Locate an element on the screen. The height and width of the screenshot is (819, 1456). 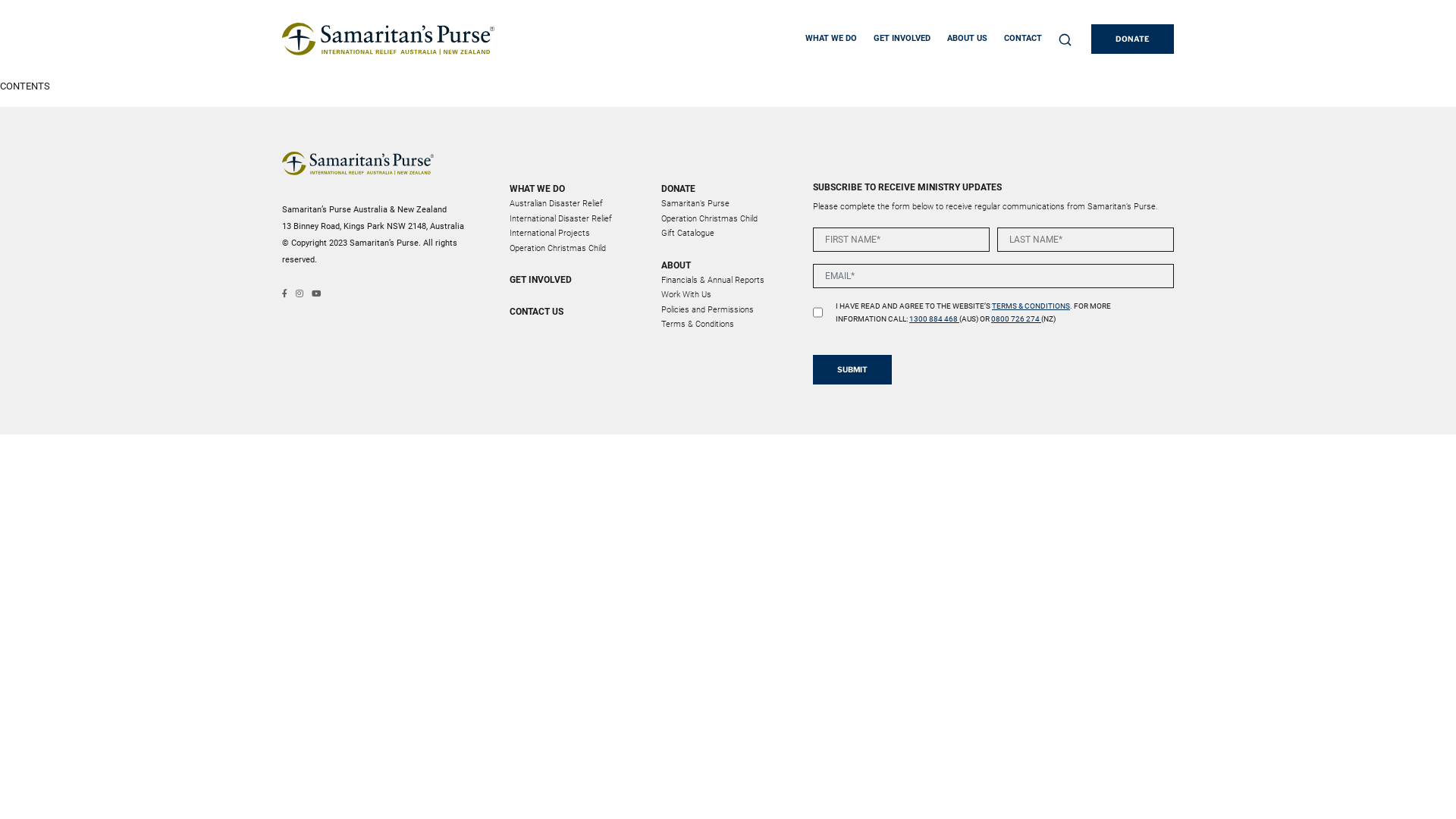
'GET INVOLVED' is located at coordinates (902, 38).